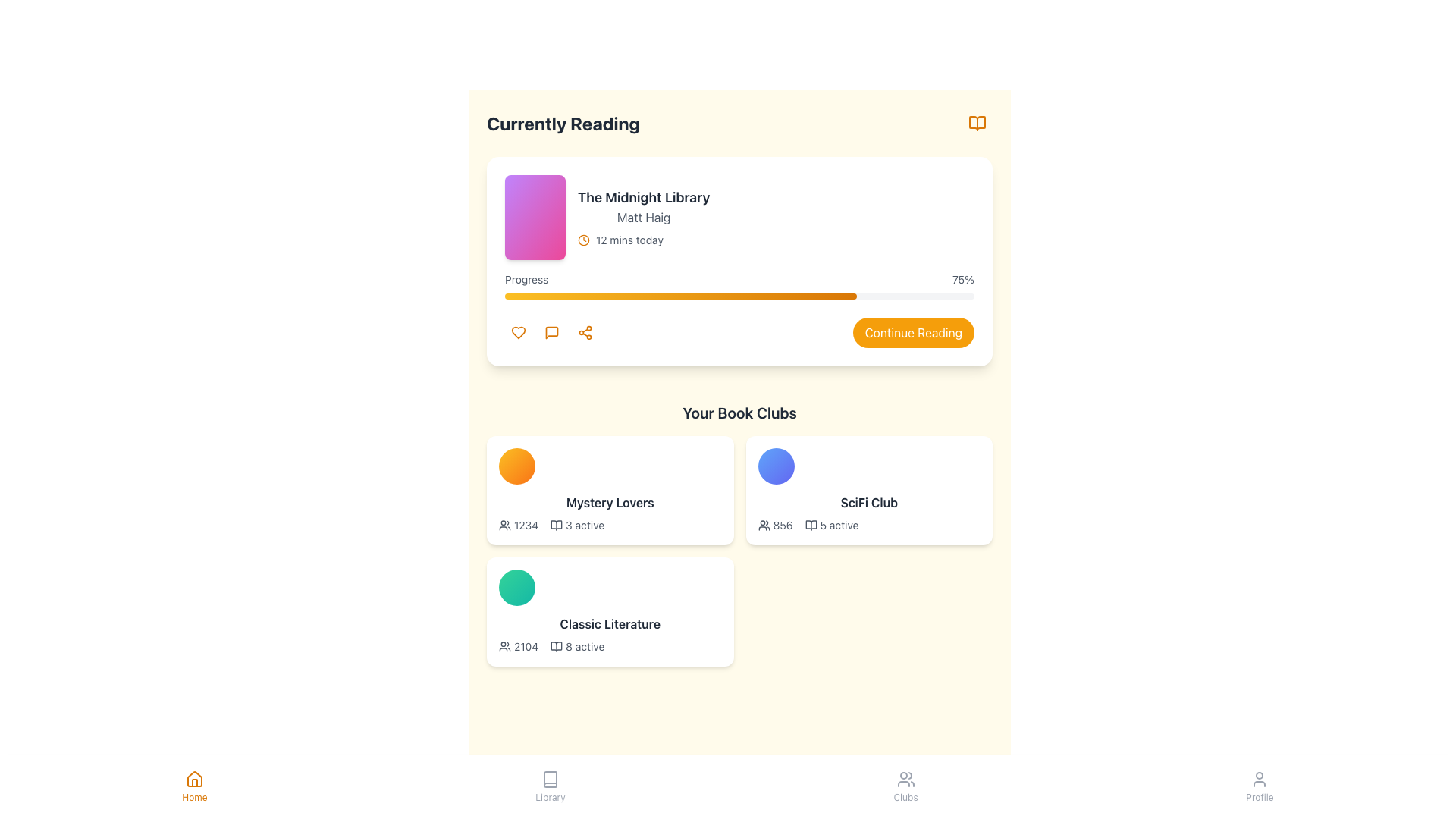 Image resolution: width=1456 pixels, height=819 pixels. What do you see at coordinates (193, 783) in the screenshot?
I see `the leftmost house-like icon in the bottom navigation bar` at bounding box center [193, 783].